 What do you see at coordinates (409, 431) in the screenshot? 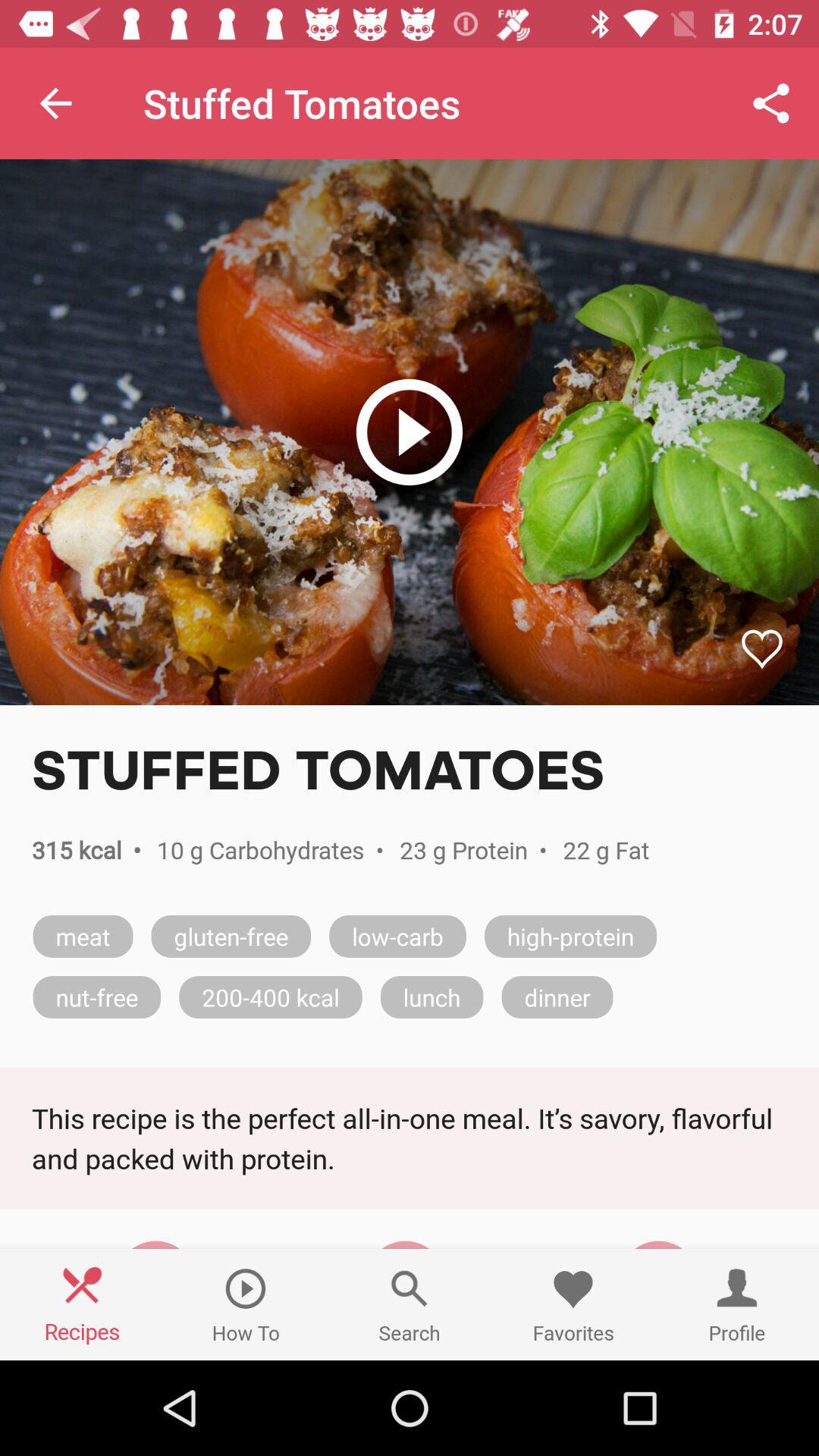
I see `the icon below the stuffed tomatoes icon` at bounding box center [409, 431].